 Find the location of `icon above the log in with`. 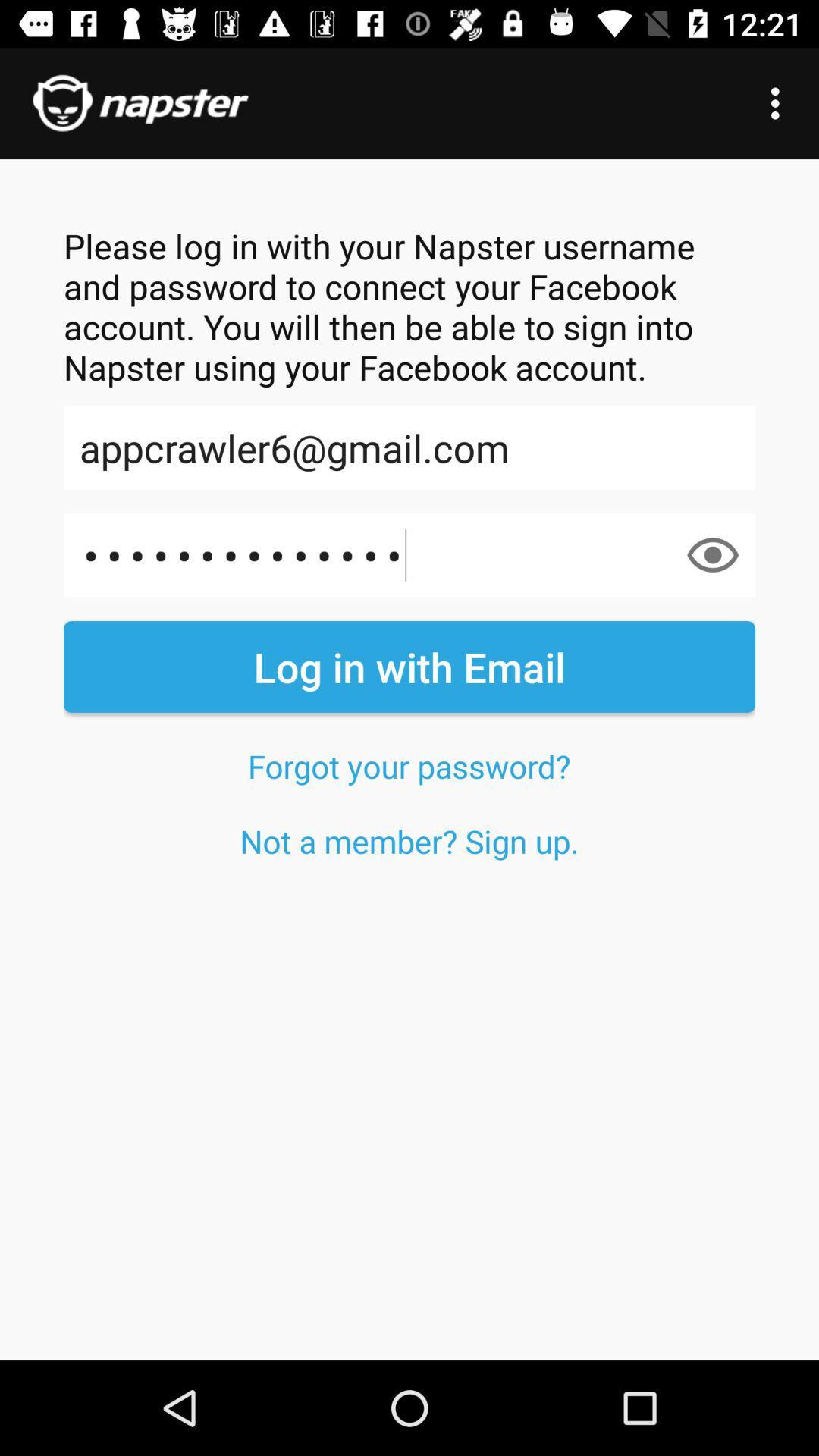

icon above the log in with is located at coordinates (409, 554).